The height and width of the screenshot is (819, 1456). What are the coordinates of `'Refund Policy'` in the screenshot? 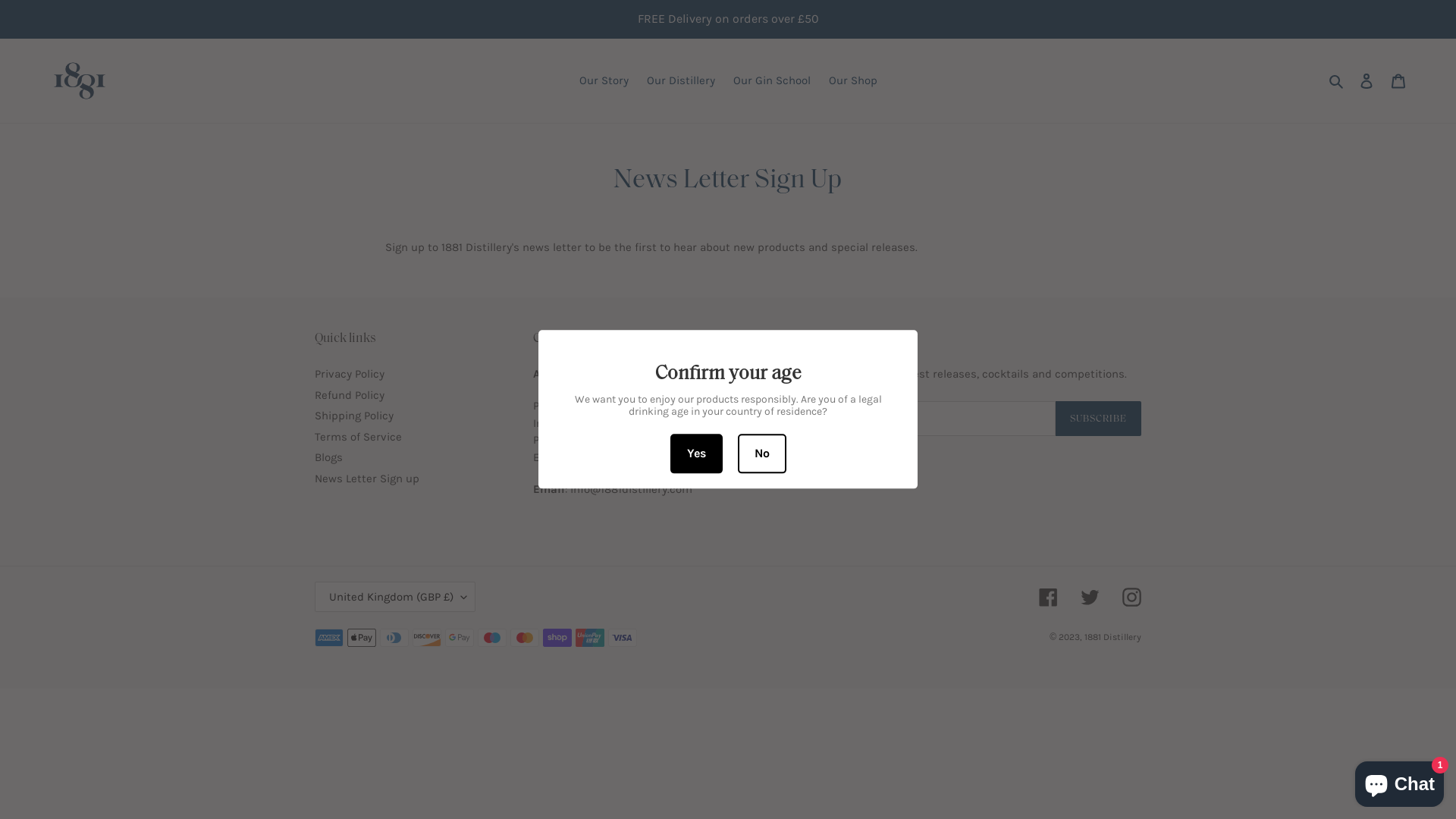 It's located at (348, 394).